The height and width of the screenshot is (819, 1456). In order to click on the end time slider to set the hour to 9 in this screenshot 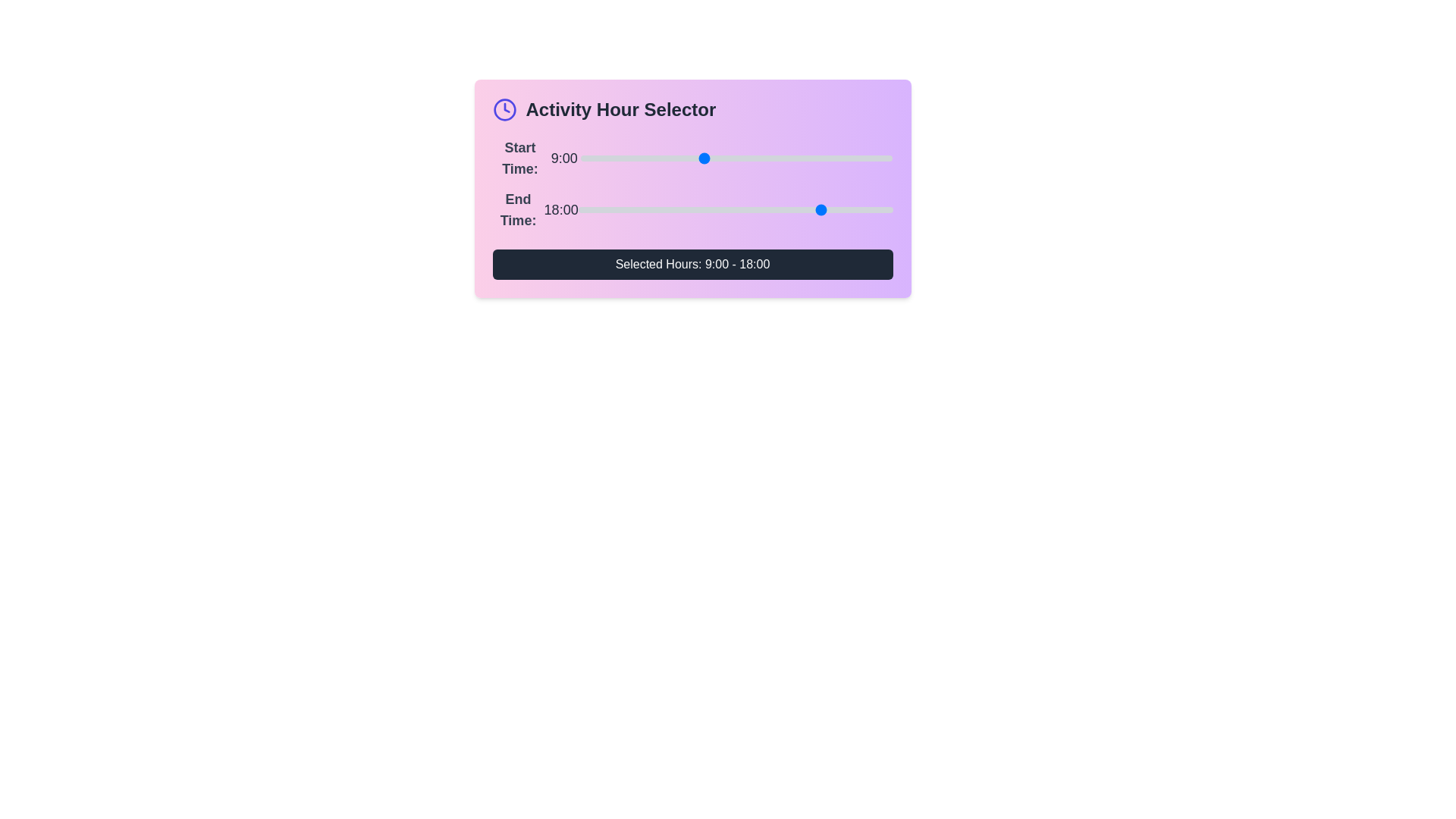, I will do `click(701, 210)`.